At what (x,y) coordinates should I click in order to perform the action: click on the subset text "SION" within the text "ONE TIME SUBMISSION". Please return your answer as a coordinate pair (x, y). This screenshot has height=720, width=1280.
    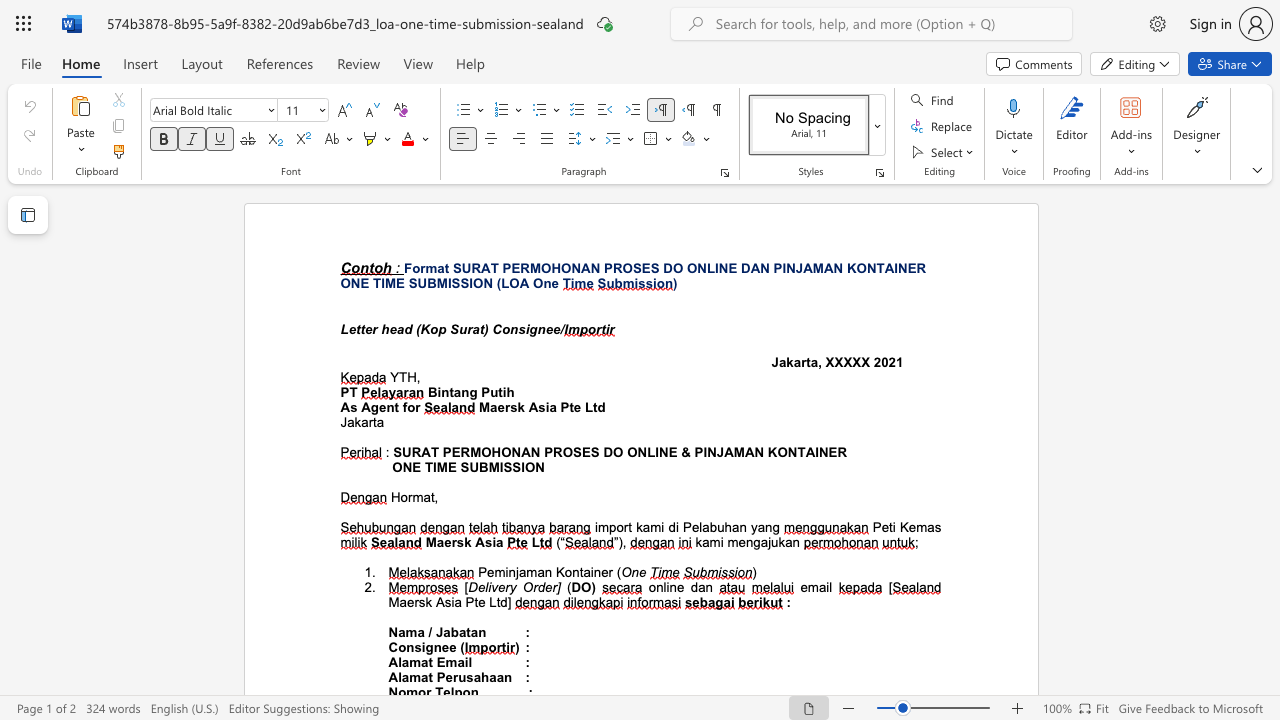
    Looking at the image, I should click on (459, 283).